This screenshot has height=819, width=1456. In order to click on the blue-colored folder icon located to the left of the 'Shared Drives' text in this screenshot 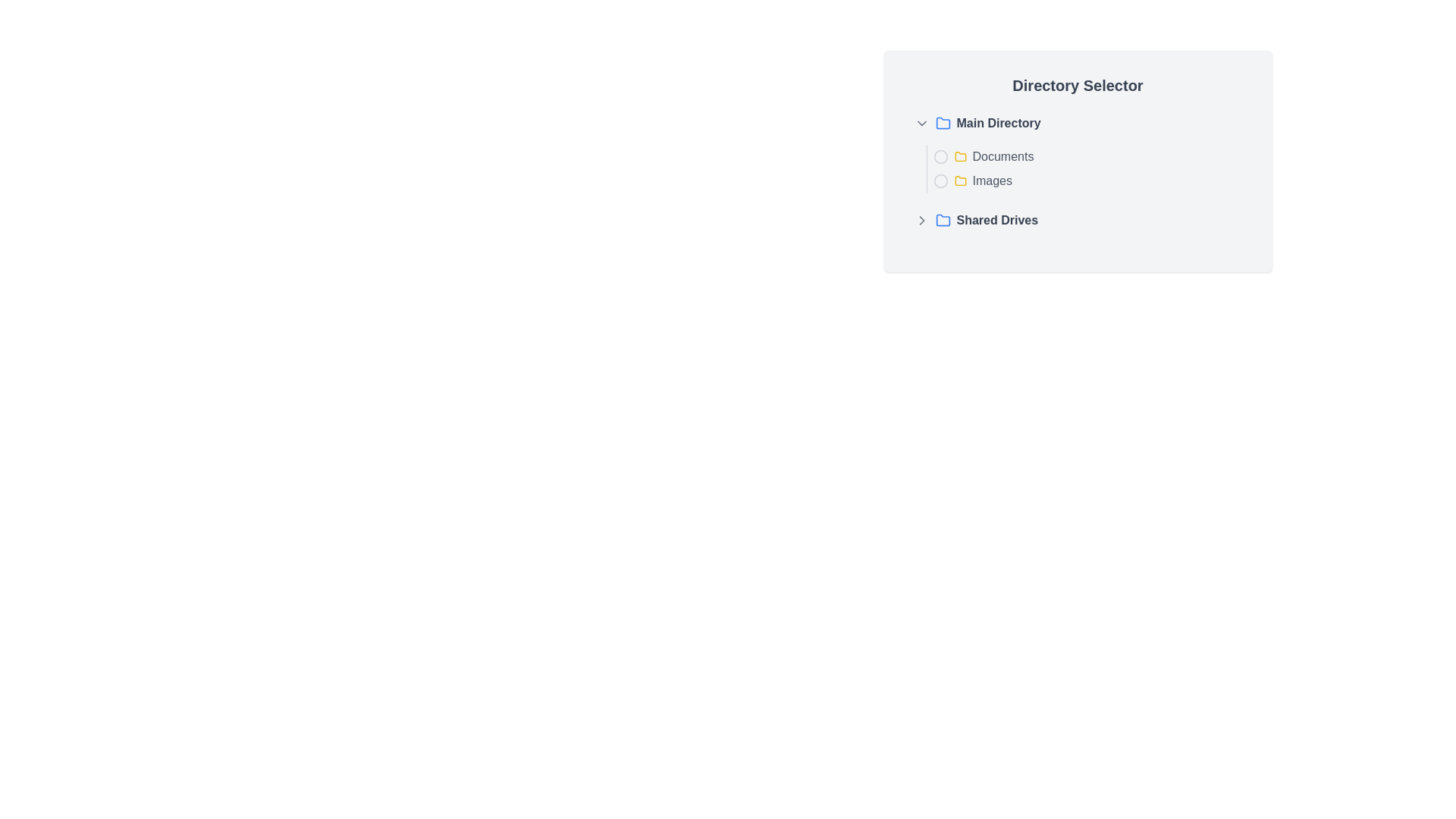, I will do `click(942, 220)`.